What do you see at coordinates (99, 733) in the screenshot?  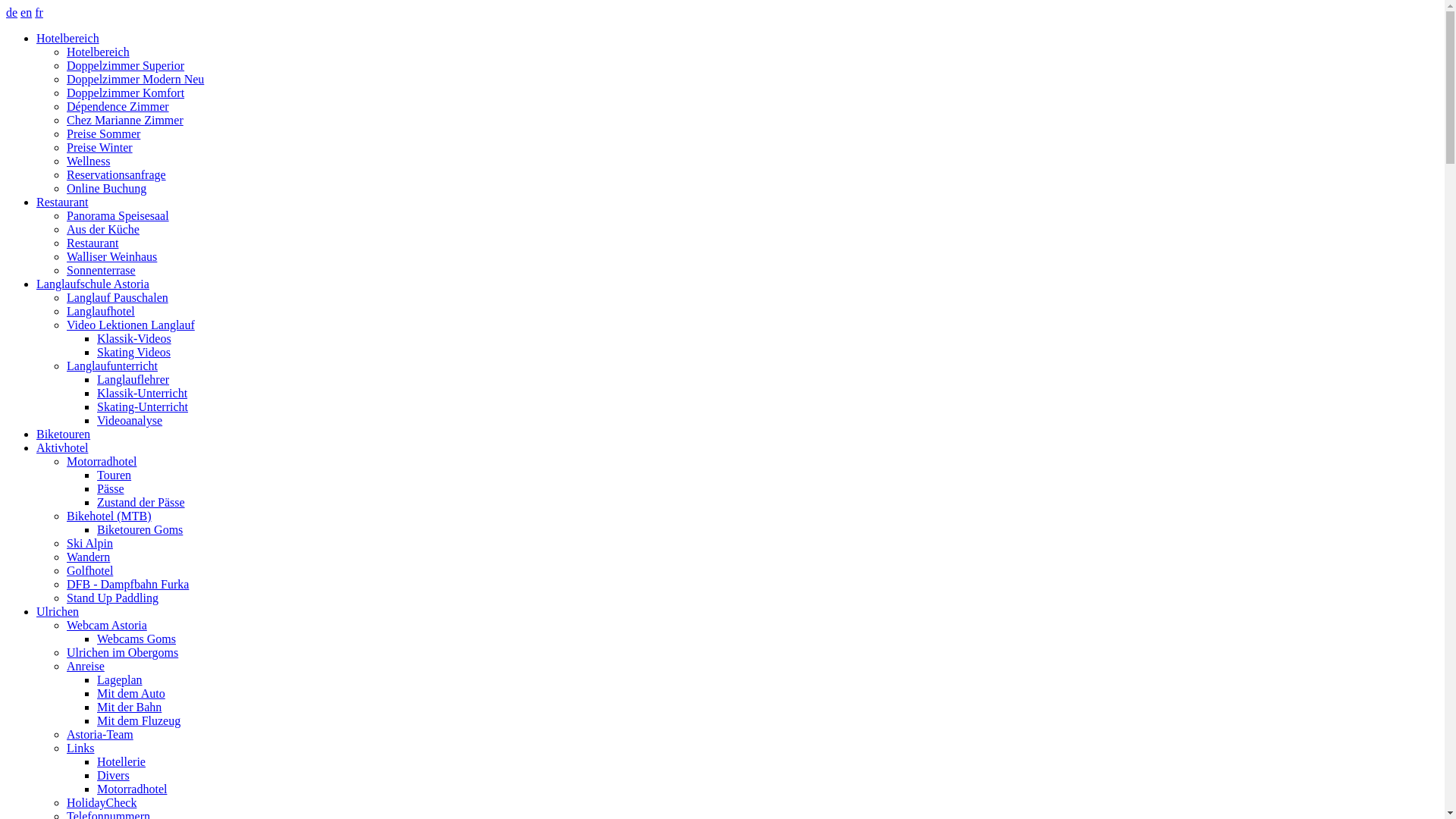 I see `'Astoria-Team'` at bounding box center [99, 733].